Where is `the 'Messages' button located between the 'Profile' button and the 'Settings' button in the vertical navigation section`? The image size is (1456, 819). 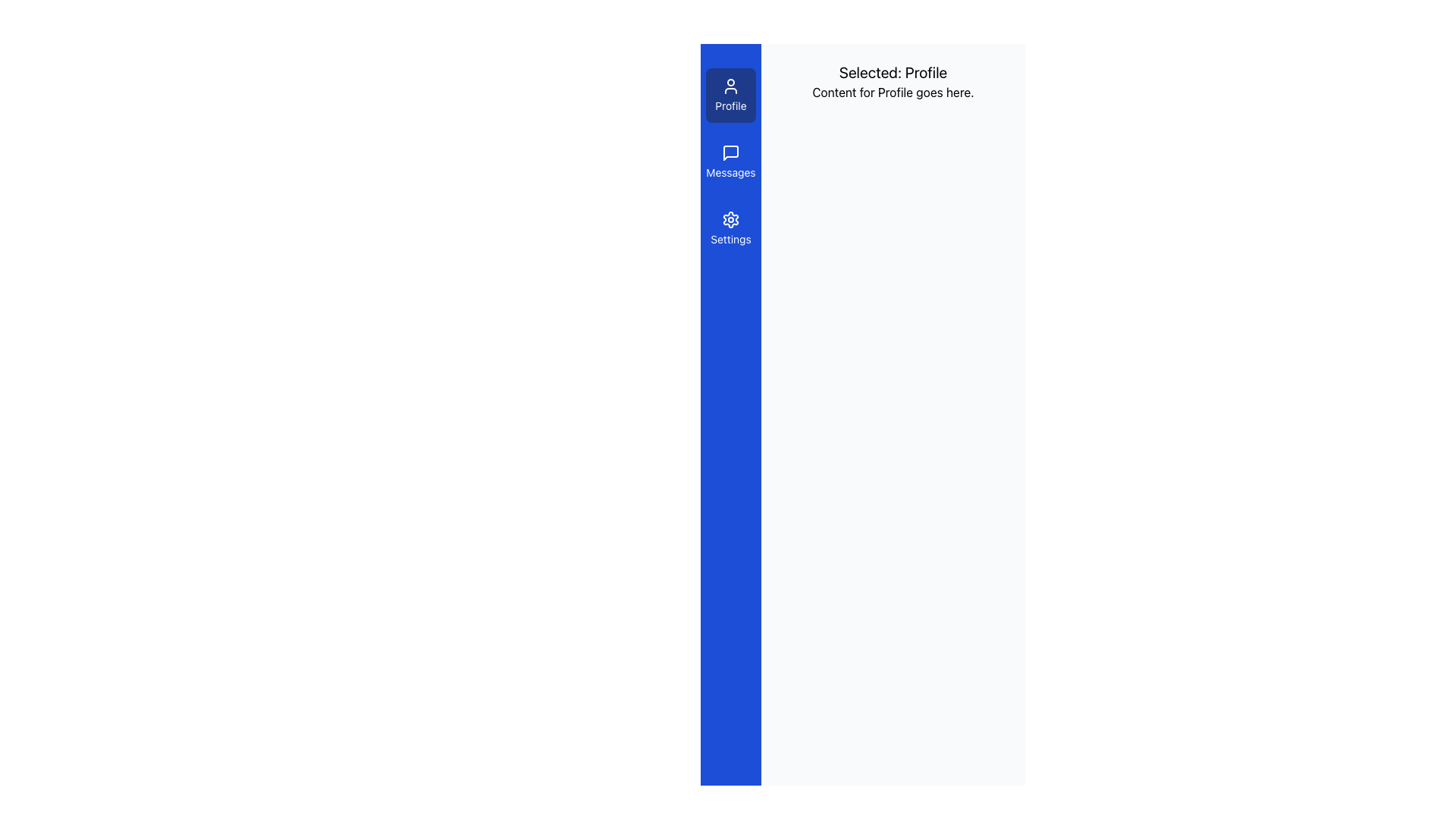 the 'Messages' button located between the 'Profile' button and the 'Settings' button in the vertical navigation section is located at coordinates (731, 162).